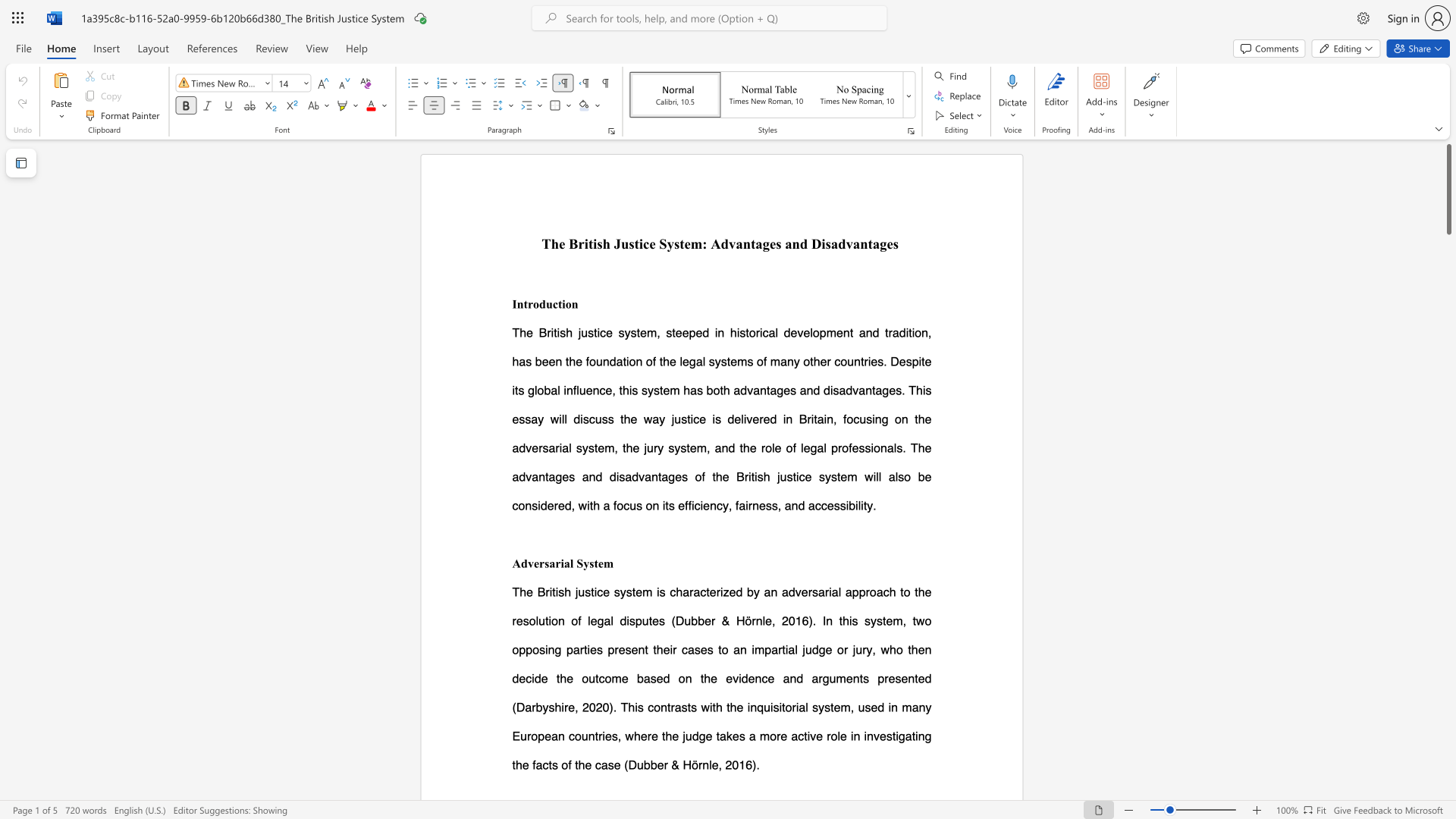 The image size is (1456, 819). I want to click on the scrollbar to move the content lower, so click(1448, 256).